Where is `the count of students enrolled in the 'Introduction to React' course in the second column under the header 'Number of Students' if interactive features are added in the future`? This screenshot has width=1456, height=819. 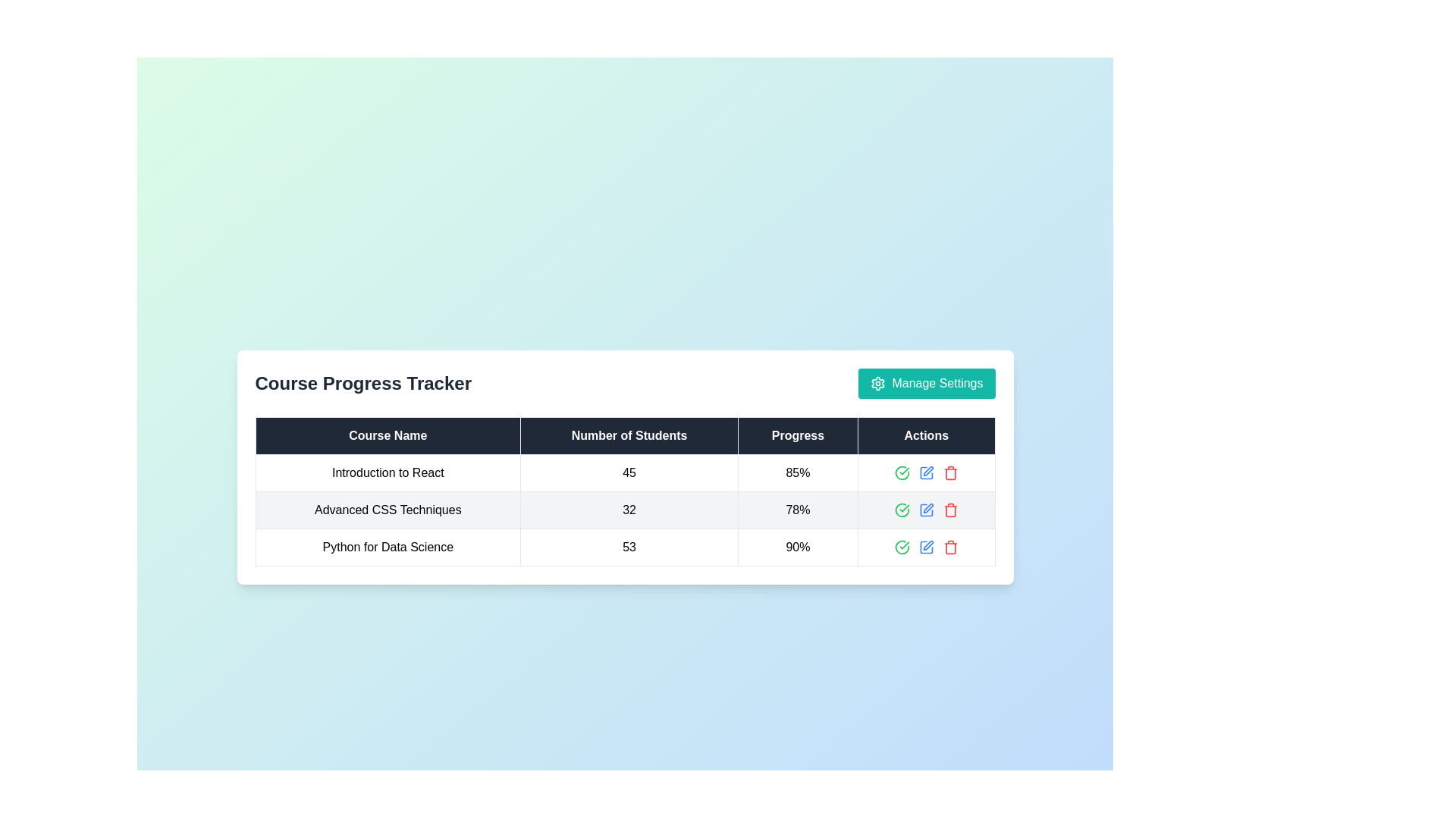 the count of students enrolled in the 'Introduction to React' course in the second column under the header 'Number of Students' if interactive features are added in the future is located at coordinates (629, 472).